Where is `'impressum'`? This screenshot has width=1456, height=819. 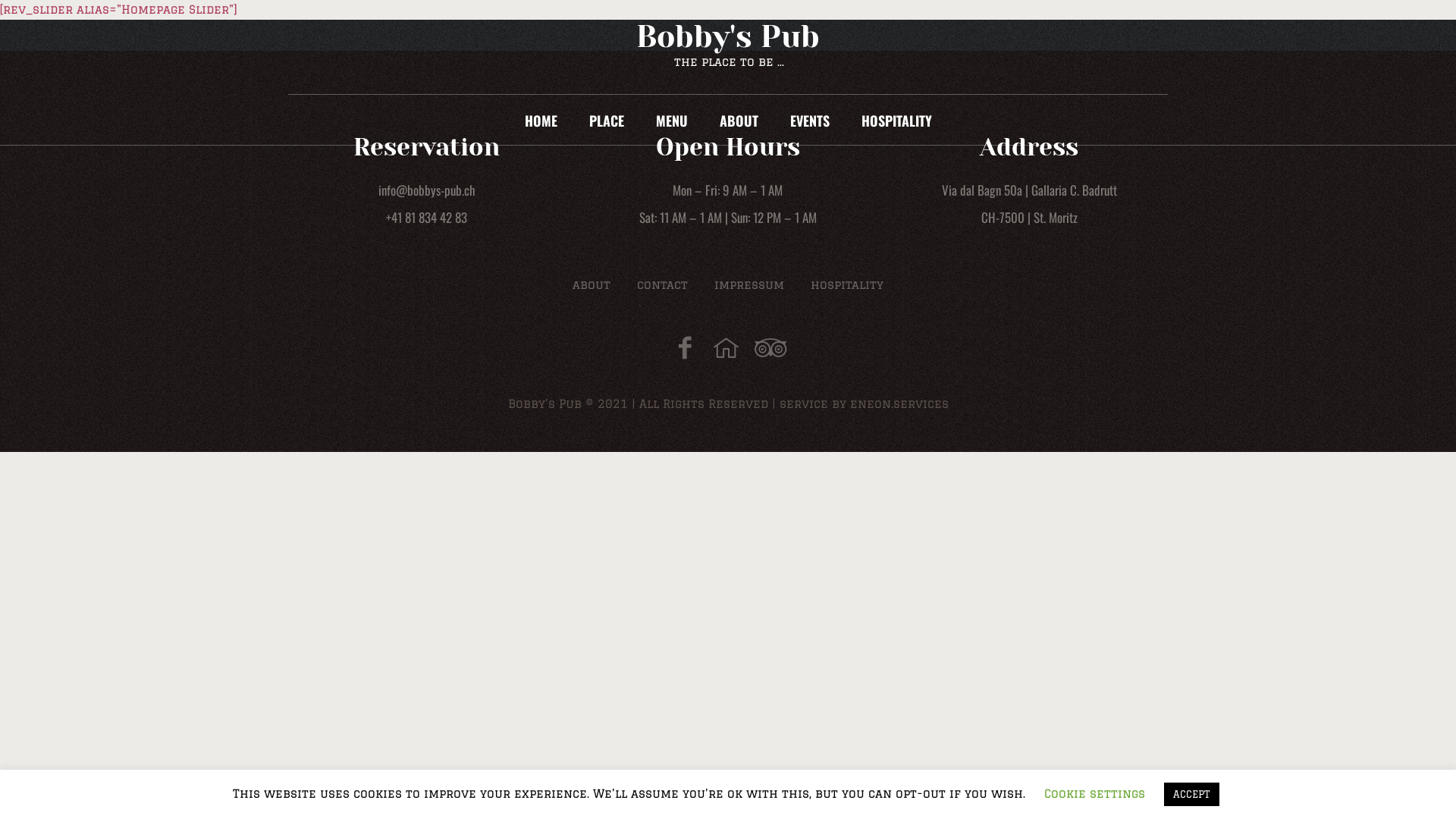 'impressum' is located at coordinates (749, 284).